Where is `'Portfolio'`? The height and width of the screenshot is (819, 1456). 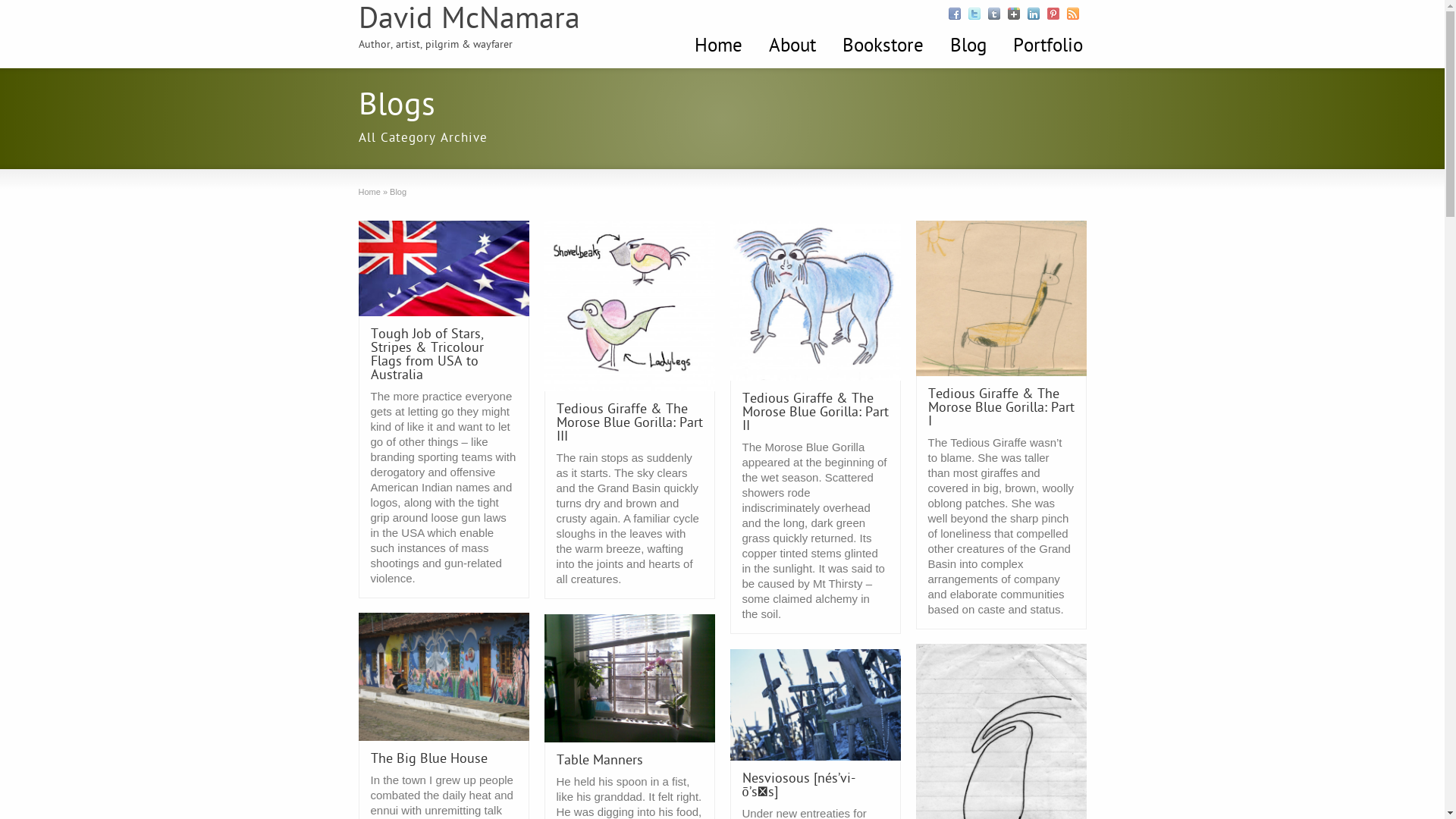
'Portfolio' is located at coordinates (1046, 46).